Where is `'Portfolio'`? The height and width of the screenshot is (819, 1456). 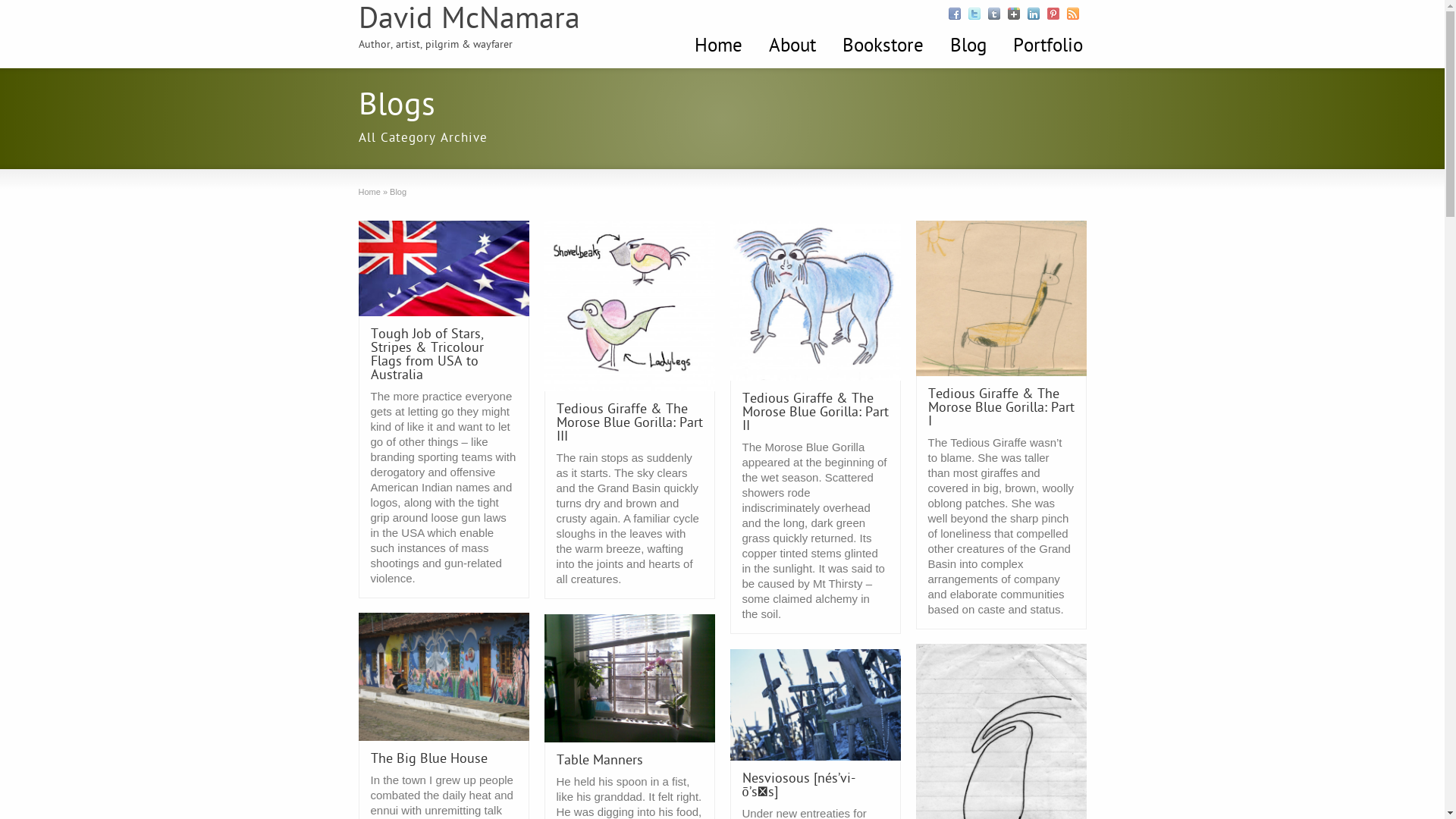
'Portfolio' is located at coordinates (1046, 46).